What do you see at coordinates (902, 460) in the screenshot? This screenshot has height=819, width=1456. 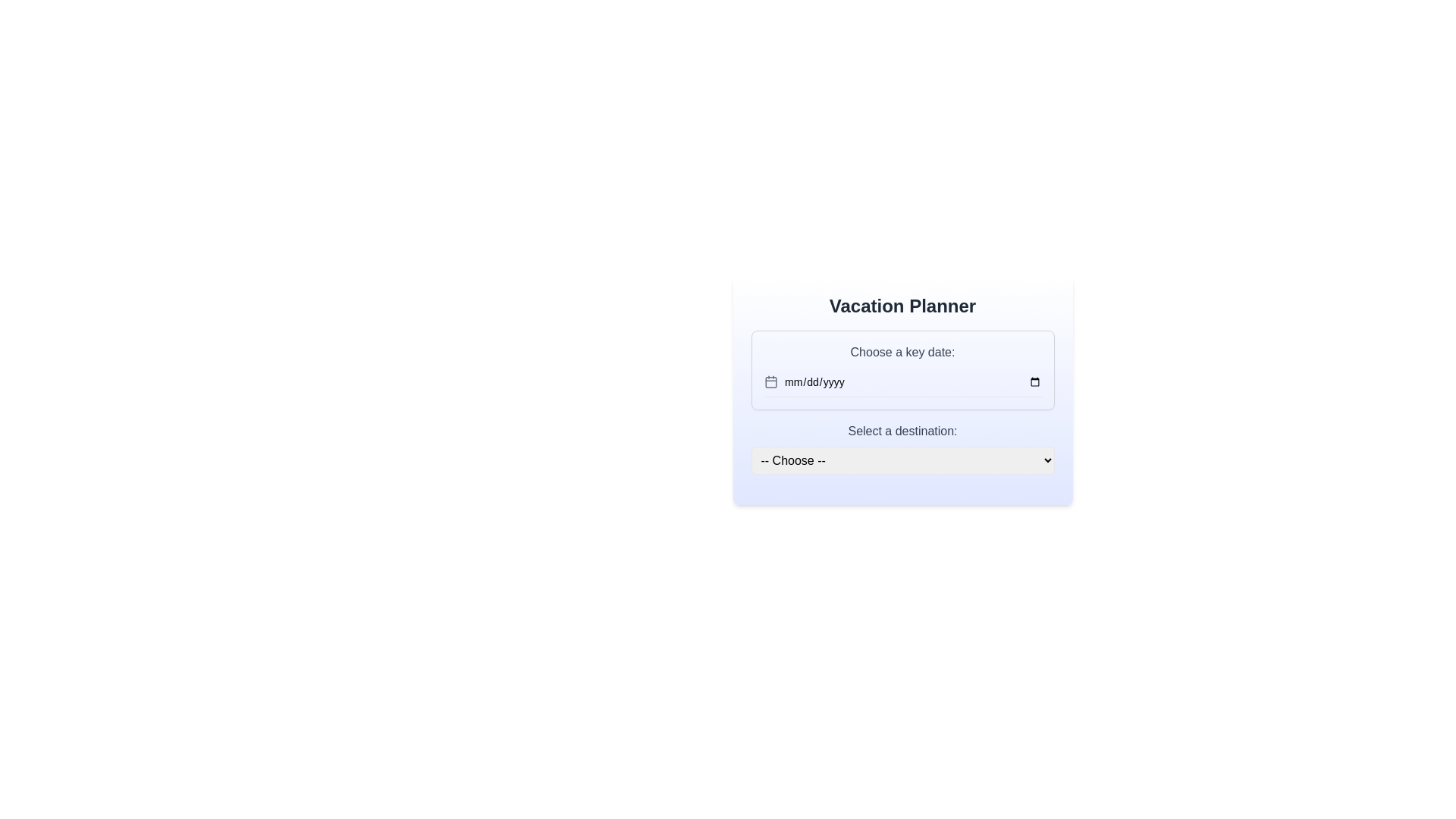 I see `the dropdown menu labeled 'Select a destination:'` at bounding box center [902, 460].